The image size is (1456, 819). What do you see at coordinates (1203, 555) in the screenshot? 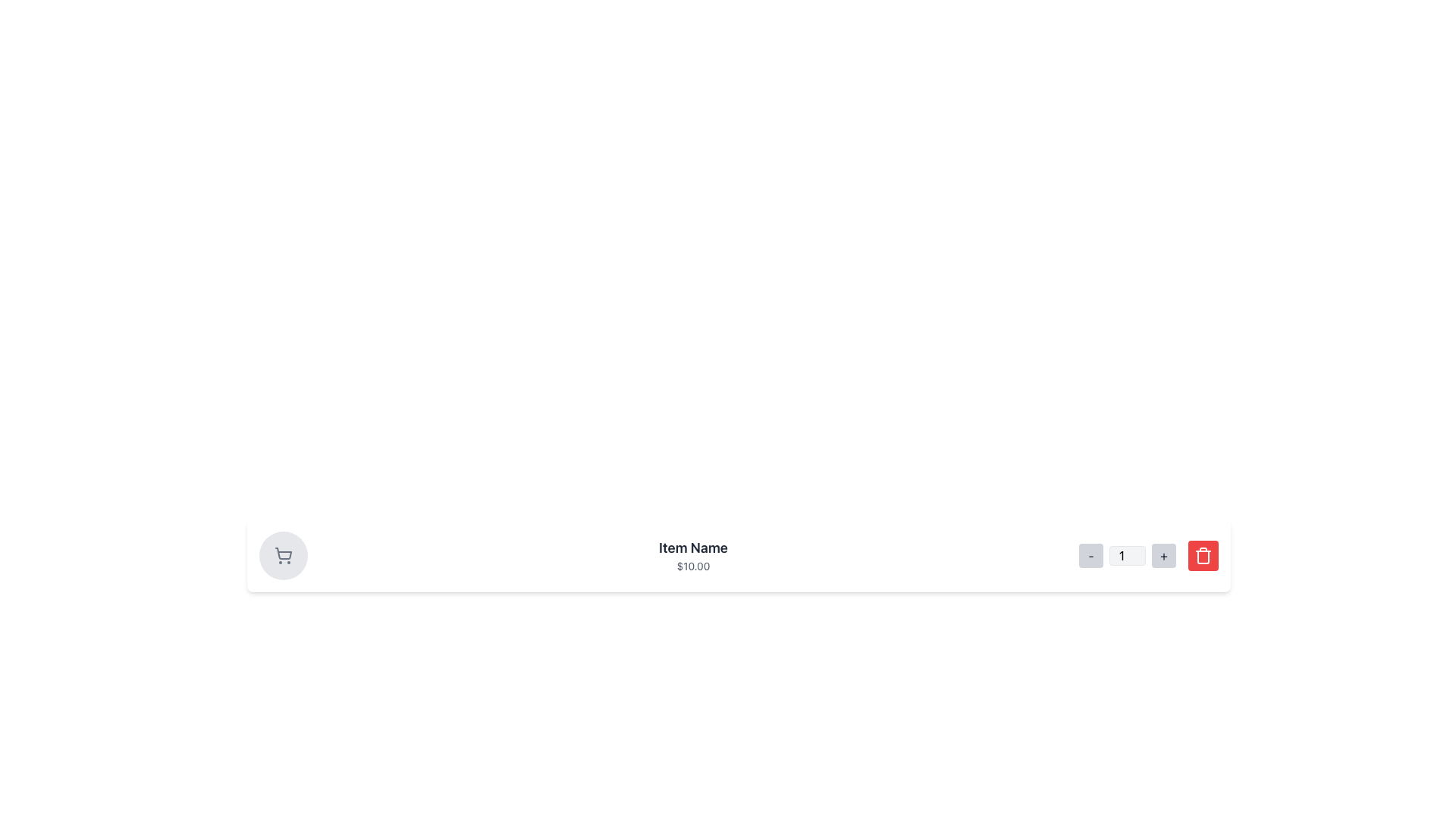
I see `the red rounded rectangular button with a white trash can icon` at bounding box center [1203, 555].